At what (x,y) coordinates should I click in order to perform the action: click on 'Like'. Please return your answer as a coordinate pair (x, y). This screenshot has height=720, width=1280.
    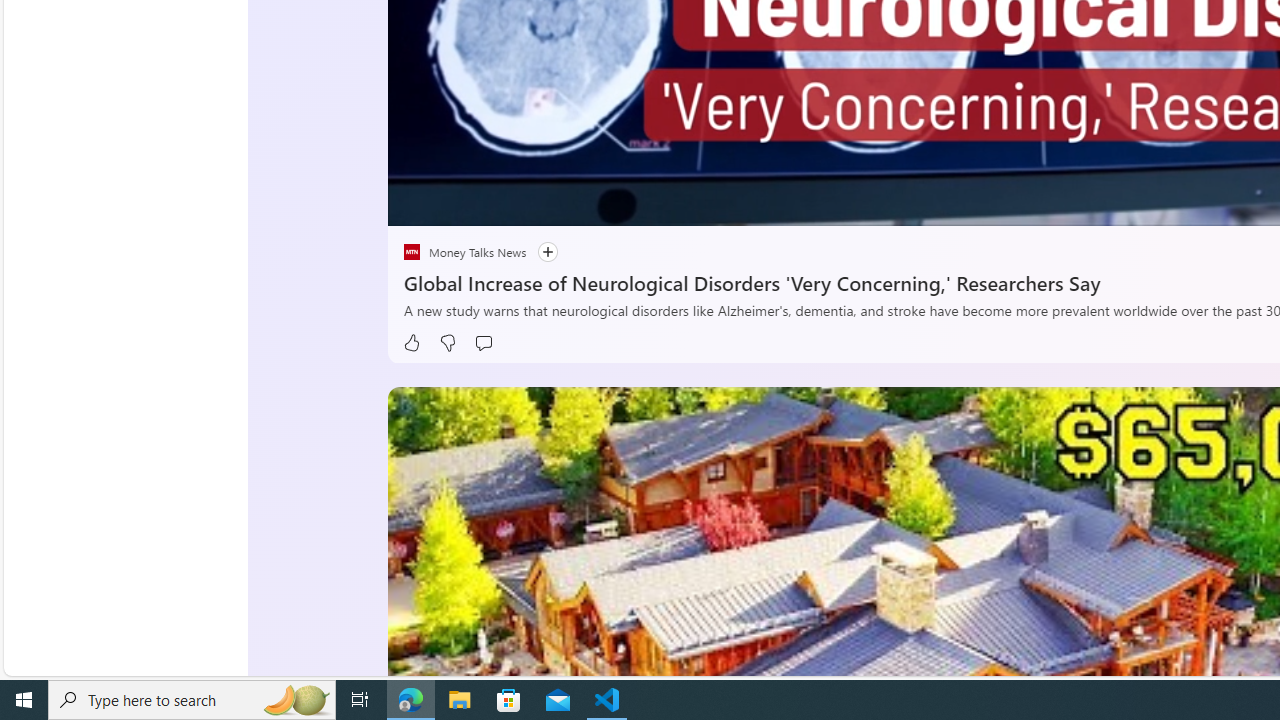
    Looking at the image, I should click on (411, 342).